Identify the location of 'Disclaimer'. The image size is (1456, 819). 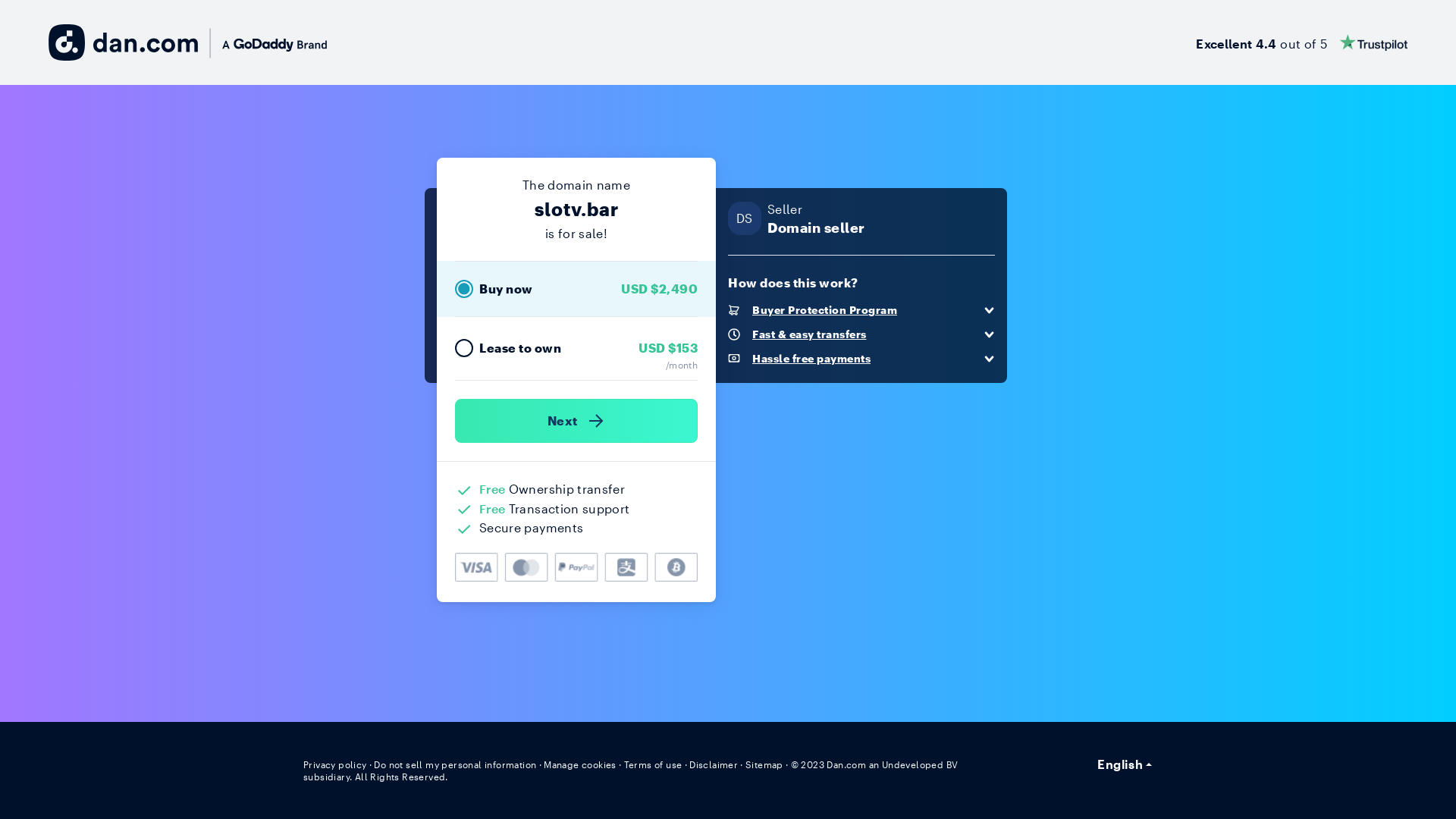
(688, 764).